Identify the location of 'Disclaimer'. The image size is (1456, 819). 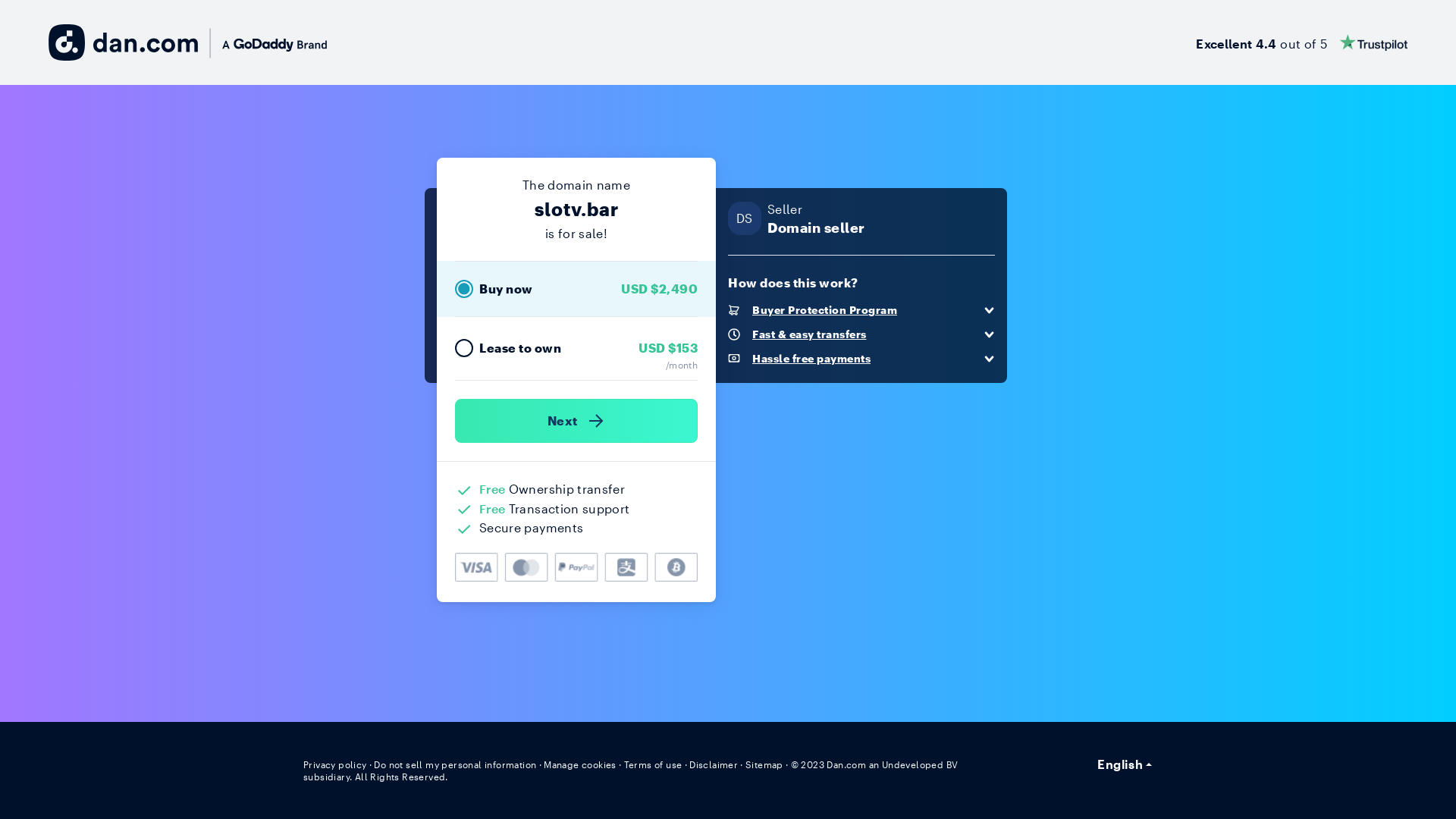
(688, 764).